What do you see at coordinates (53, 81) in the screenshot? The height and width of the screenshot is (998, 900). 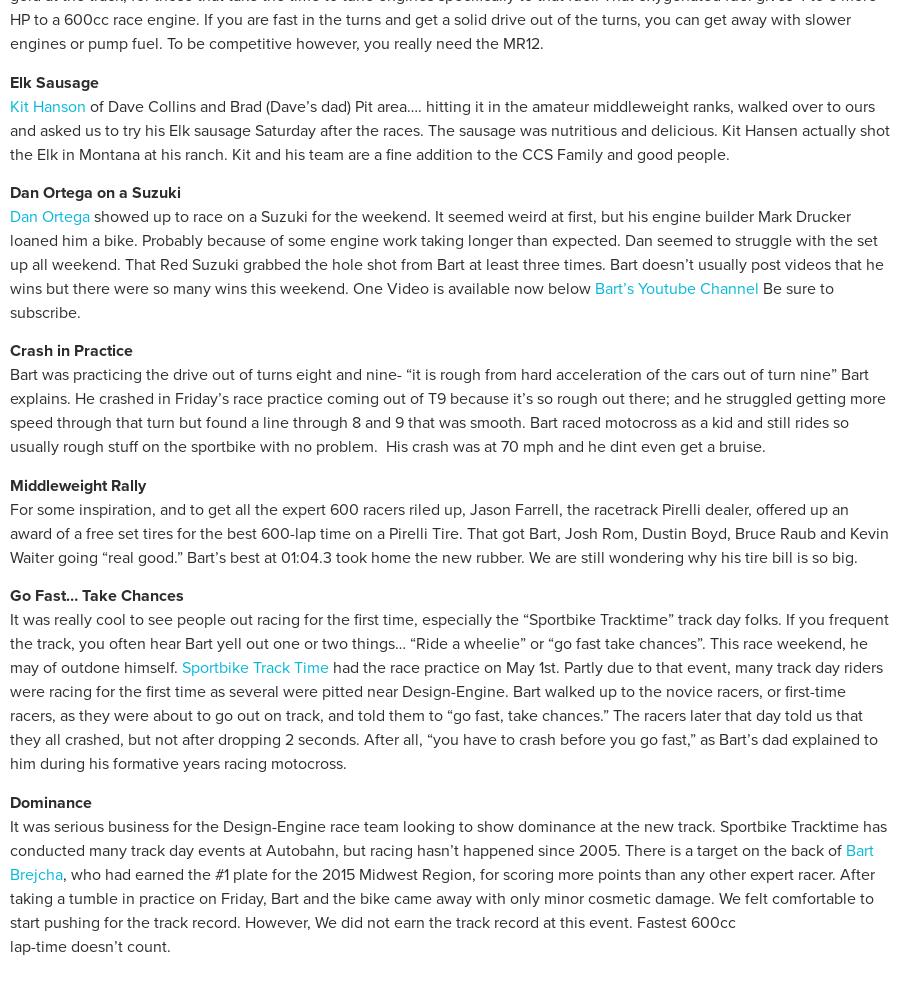 I see `'Elk Sausage'` at bounding box center [53, 81].